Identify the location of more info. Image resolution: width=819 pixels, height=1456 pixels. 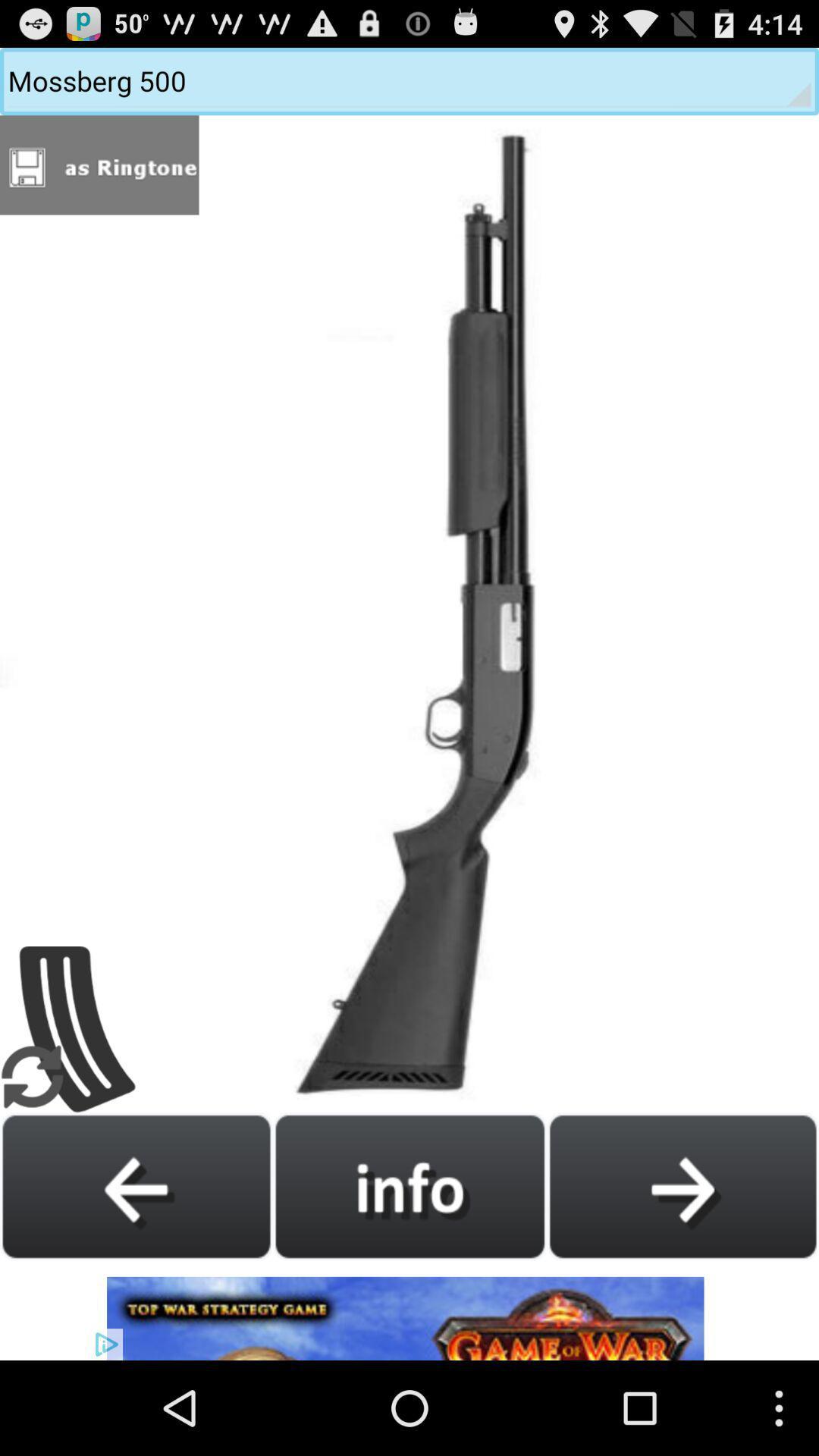
(409, 1185).